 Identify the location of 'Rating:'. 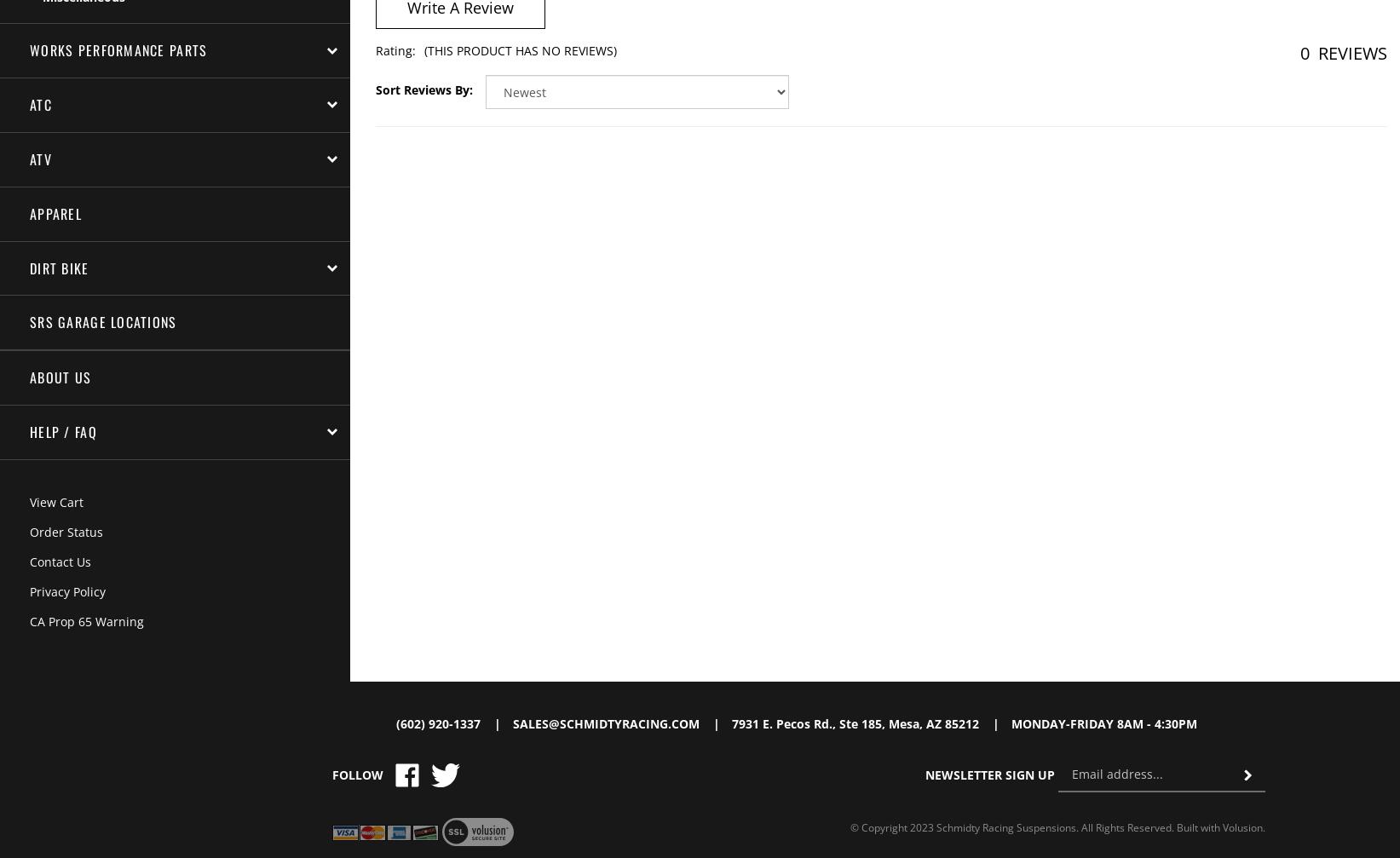
(394, 50).